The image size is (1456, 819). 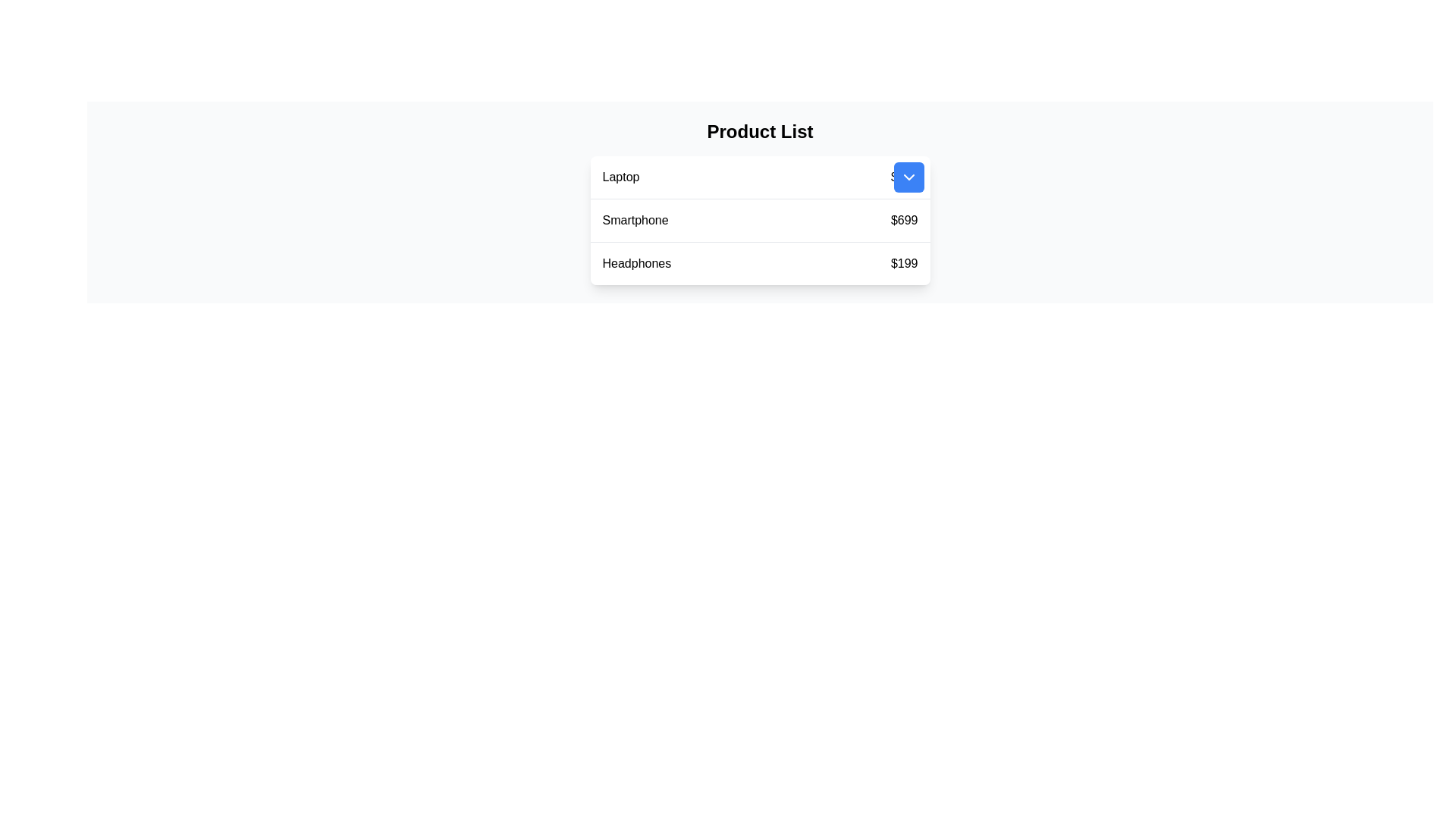 I want to click on text label indicating the product name located in the third row of the product list, adjacent to the price information '$199', so click(x=636, y=262).